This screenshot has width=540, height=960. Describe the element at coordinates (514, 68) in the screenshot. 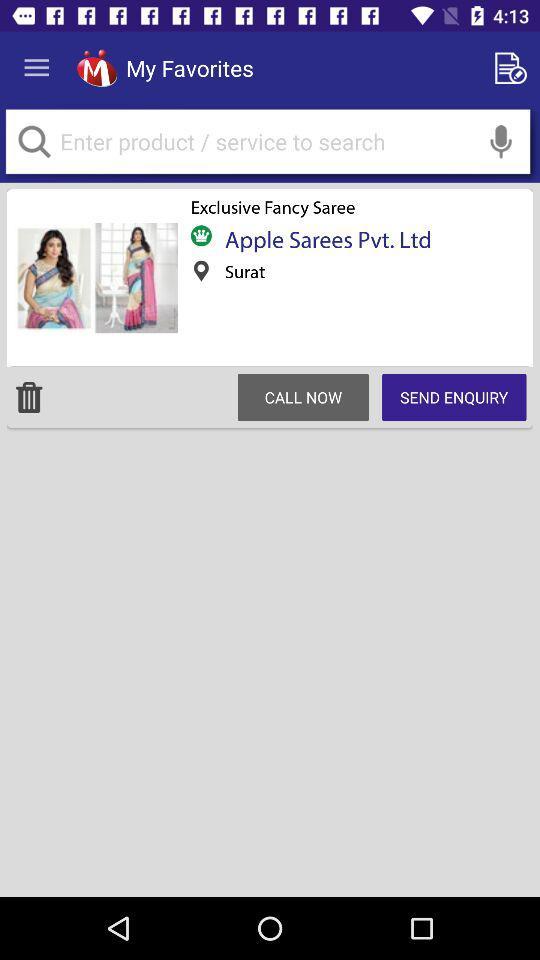

I see `new document` at that location.